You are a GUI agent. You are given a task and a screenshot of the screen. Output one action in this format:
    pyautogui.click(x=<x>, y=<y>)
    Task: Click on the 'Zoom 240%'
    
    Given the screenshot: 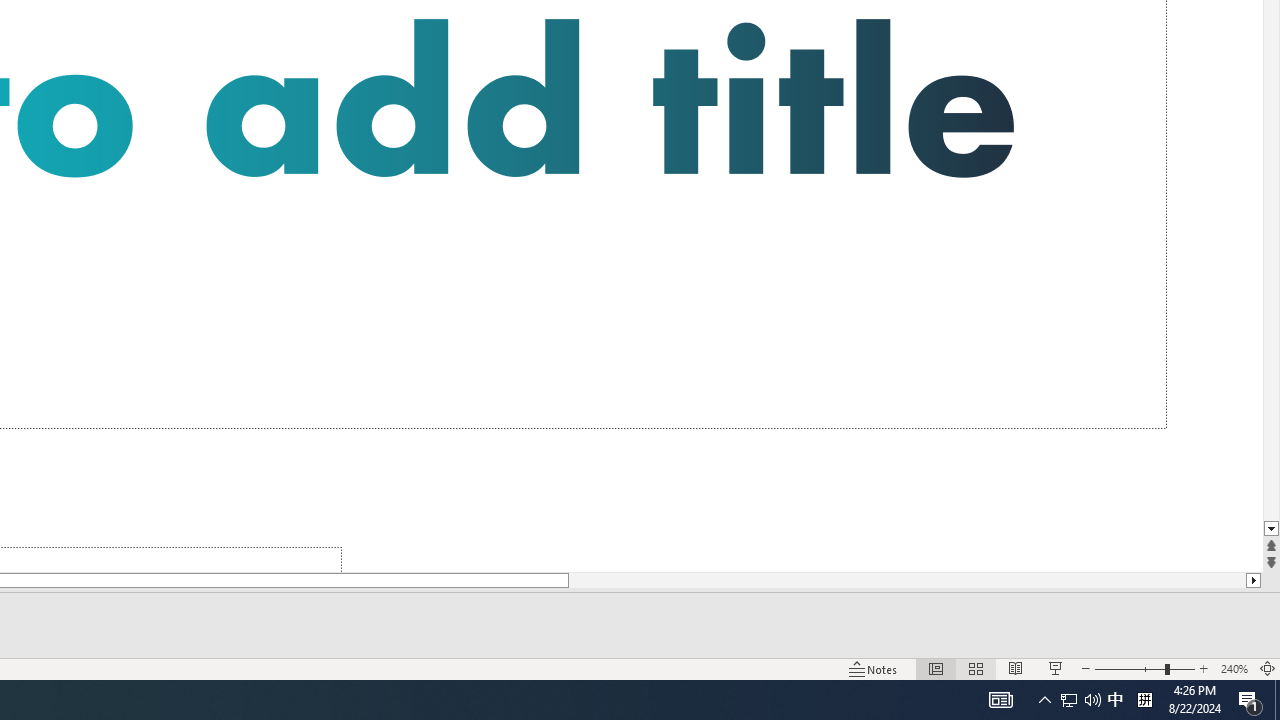 What is the action you would take?
    pyautogui.click(x=1233, y=669)
    